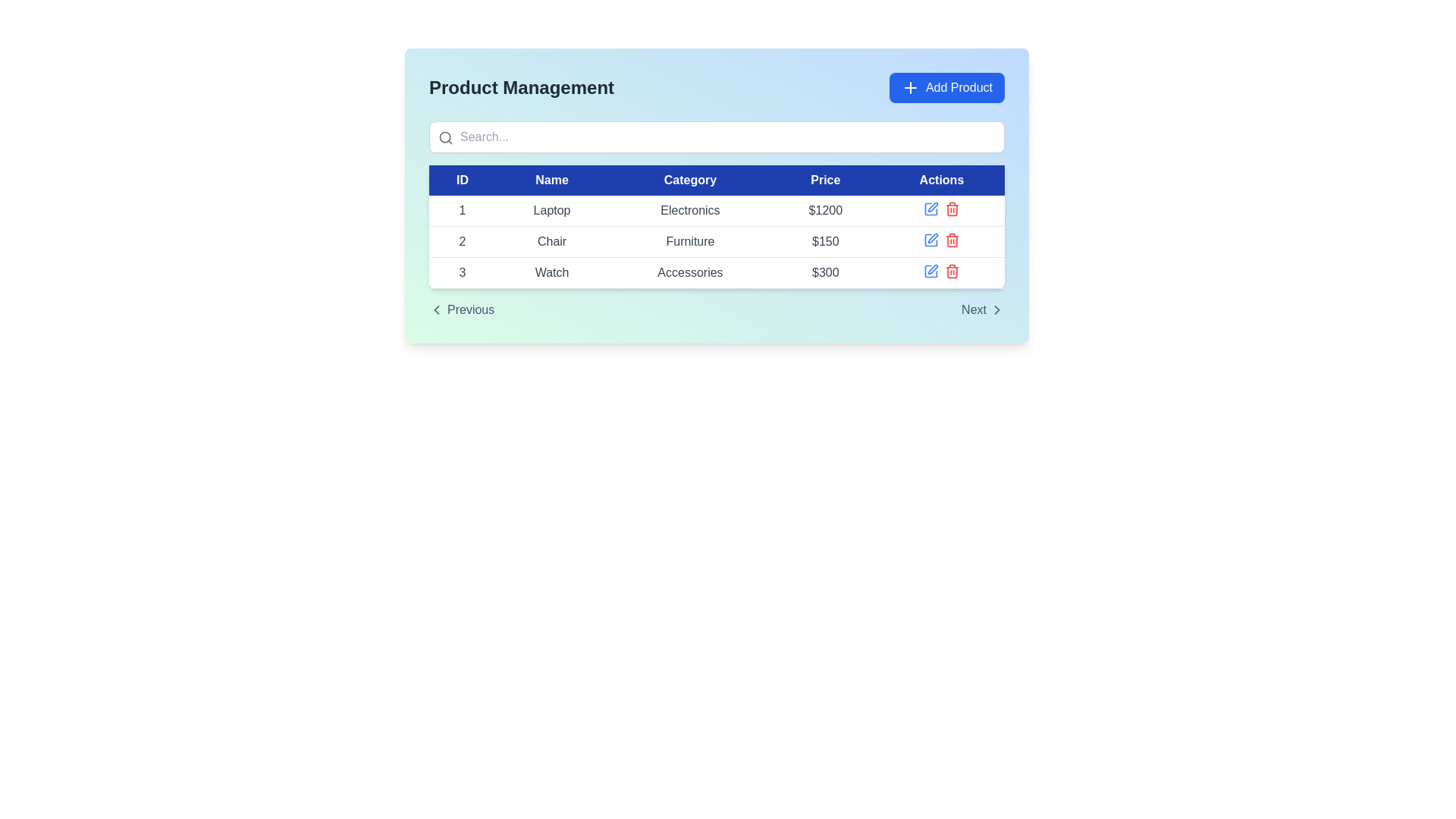 This screenshot has height=819, width=1456. Describe the element at coordinates (461, 180) in the screenshot. I see `the label of the Table Header Cell for the 'ID' column, which is located at the upper left corner of the table` at that location.